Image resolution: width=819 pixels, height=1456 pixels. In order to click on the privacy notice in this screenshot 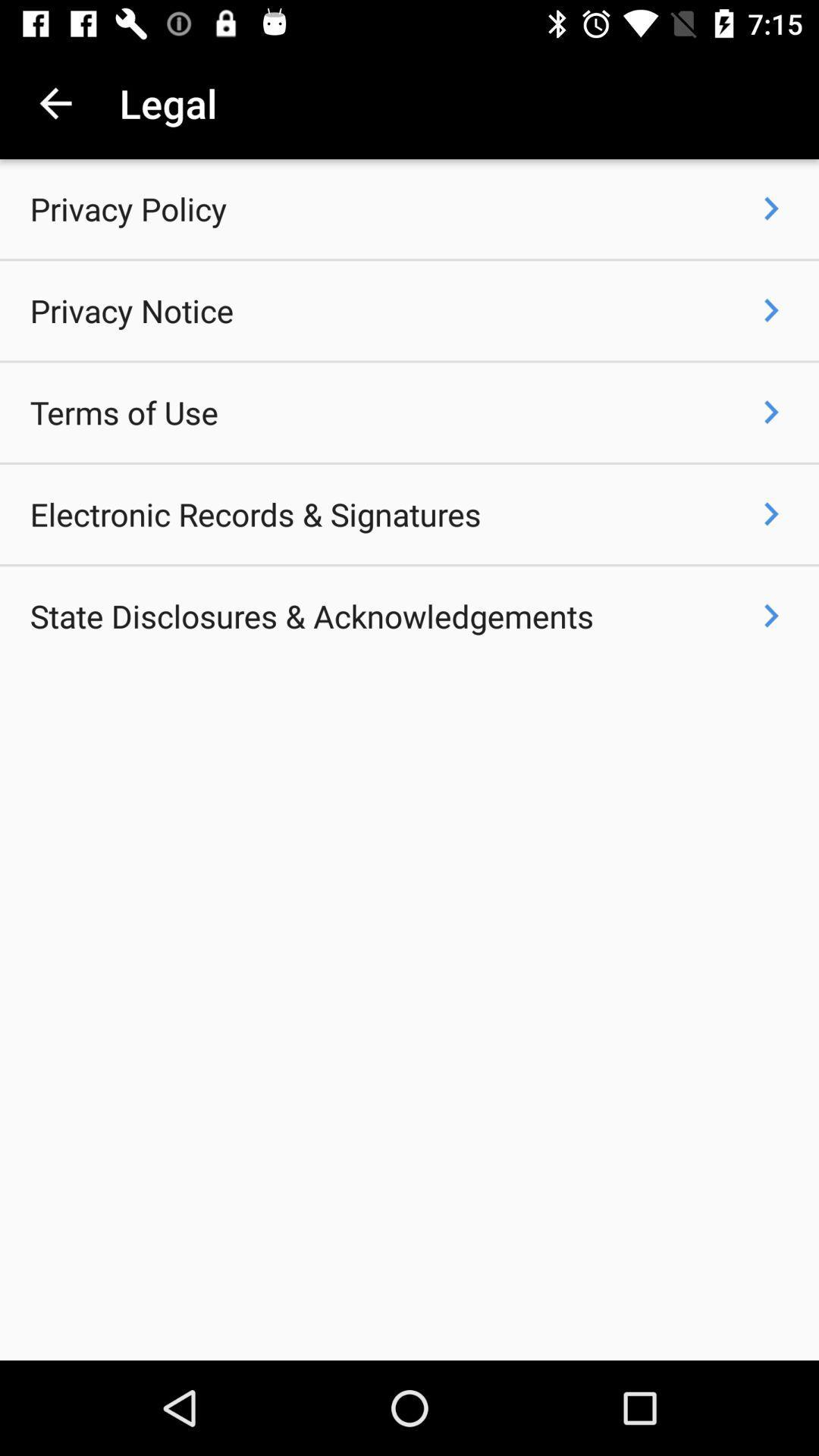, I will do `click(130, 309)`.